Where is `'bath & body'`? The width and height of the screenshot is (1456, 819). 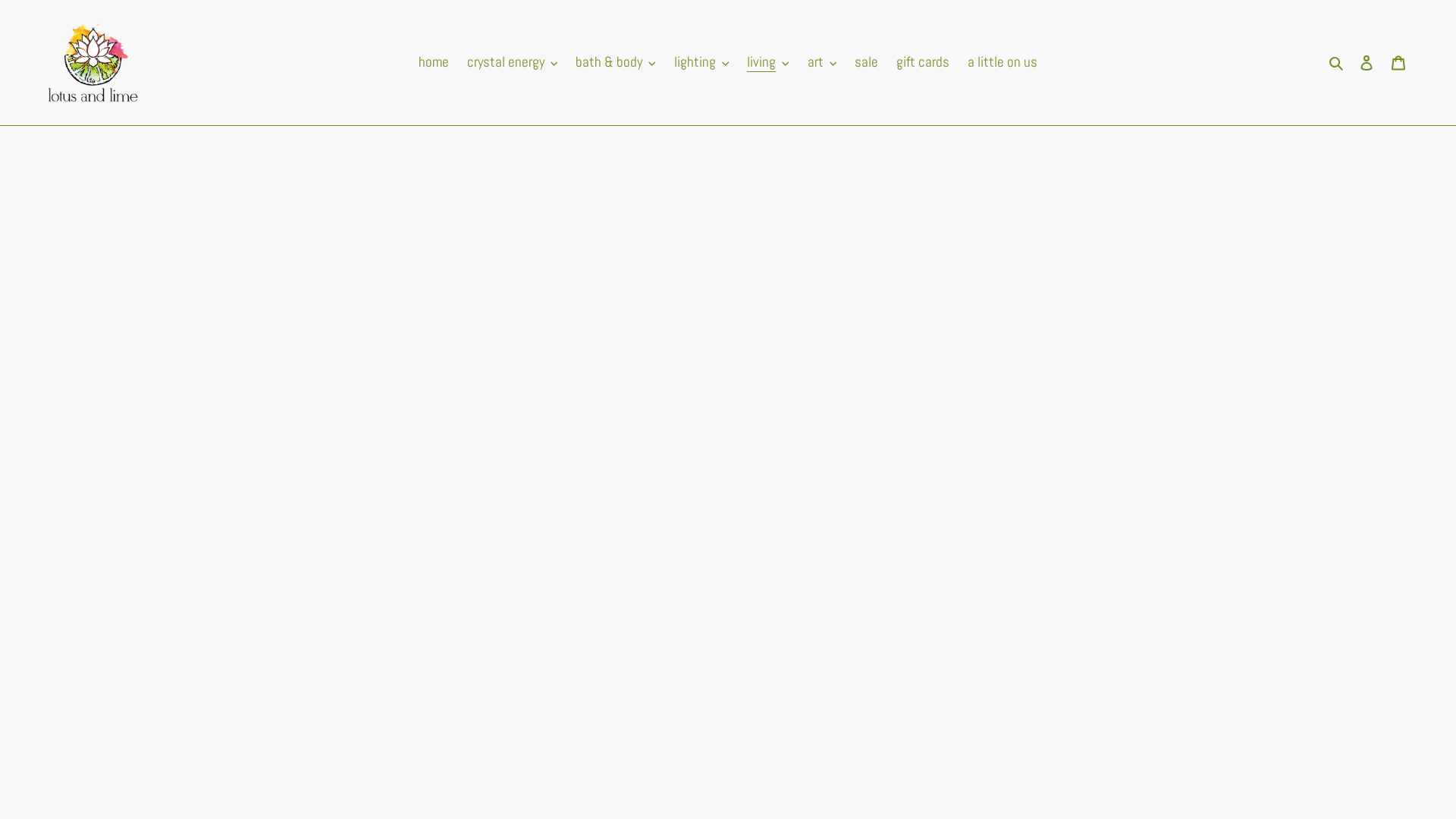
'bath & body' is located at coordinates (615, 61).